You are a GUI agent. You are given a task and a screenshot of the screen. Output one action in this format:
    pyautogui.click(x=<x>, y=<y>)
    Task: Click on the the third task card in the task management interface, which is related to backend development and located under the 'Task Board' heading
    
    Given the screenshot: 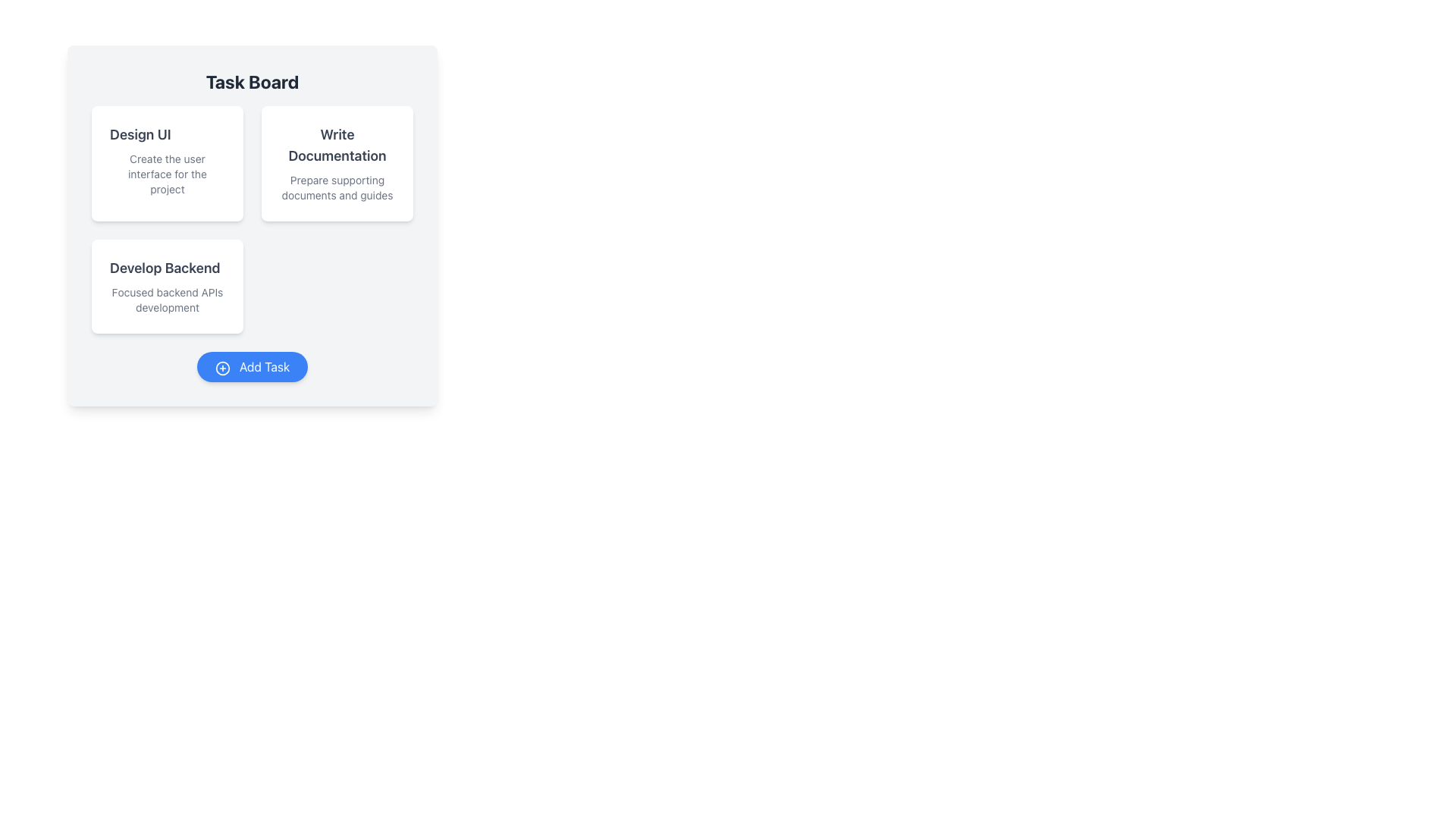 What is the action you would take?
    pyautogui.click(x=167, y=287)
    